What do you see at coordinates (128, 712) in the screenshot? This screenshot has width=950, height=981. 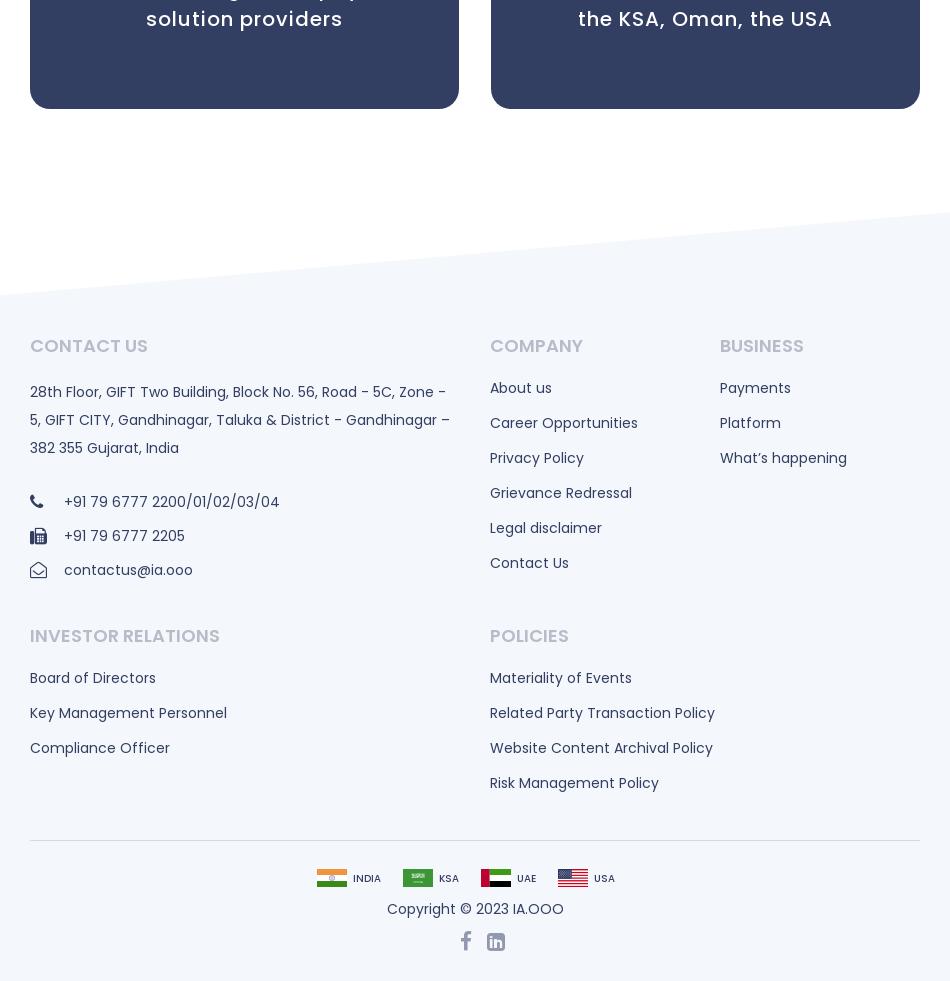 I see `'Key Management Personnel'` at bounding box center [128, 712].